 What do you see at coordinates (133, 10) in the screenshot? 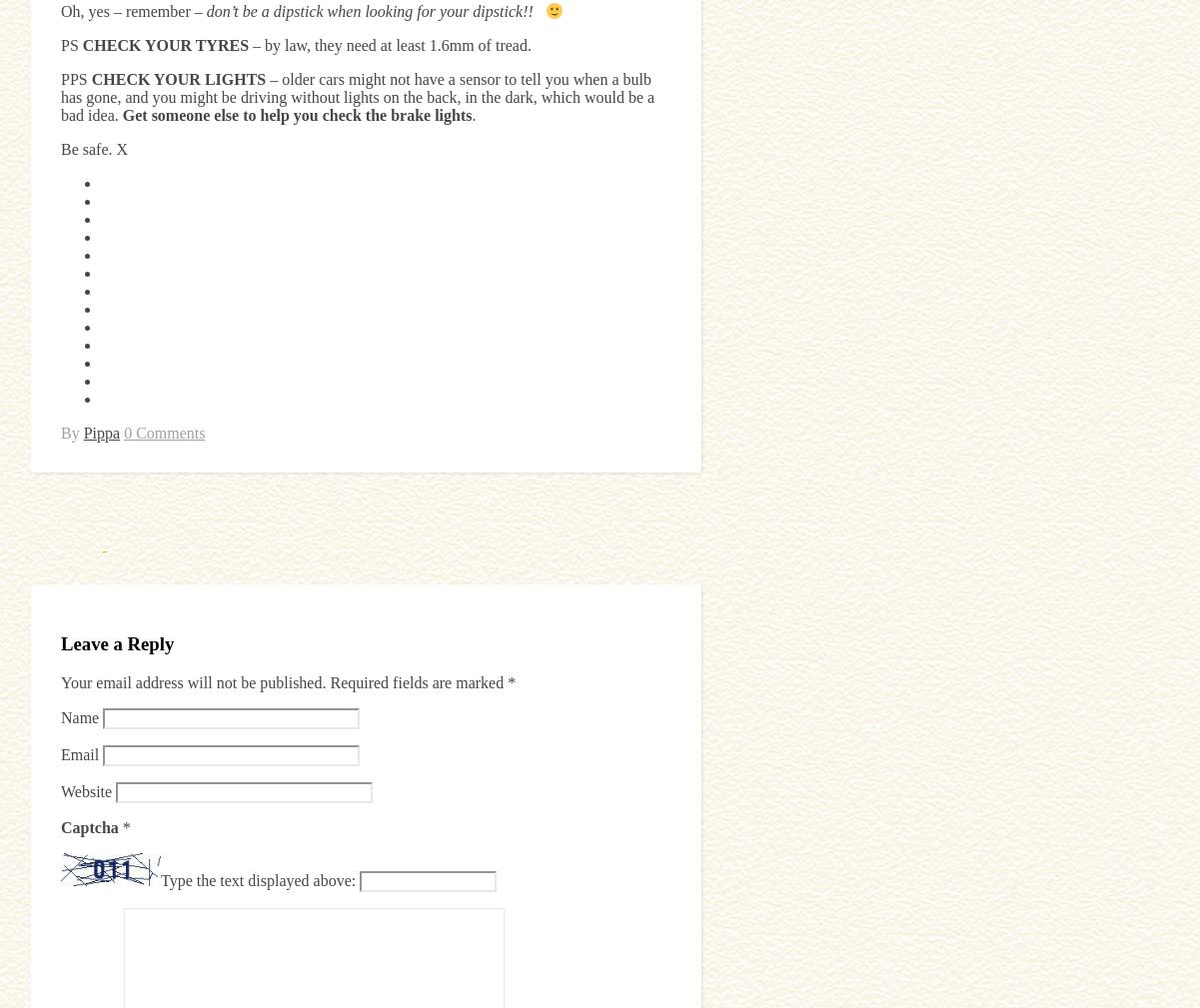
I see `'Oh, yes – remember –'` at bounding box center [133, 10].